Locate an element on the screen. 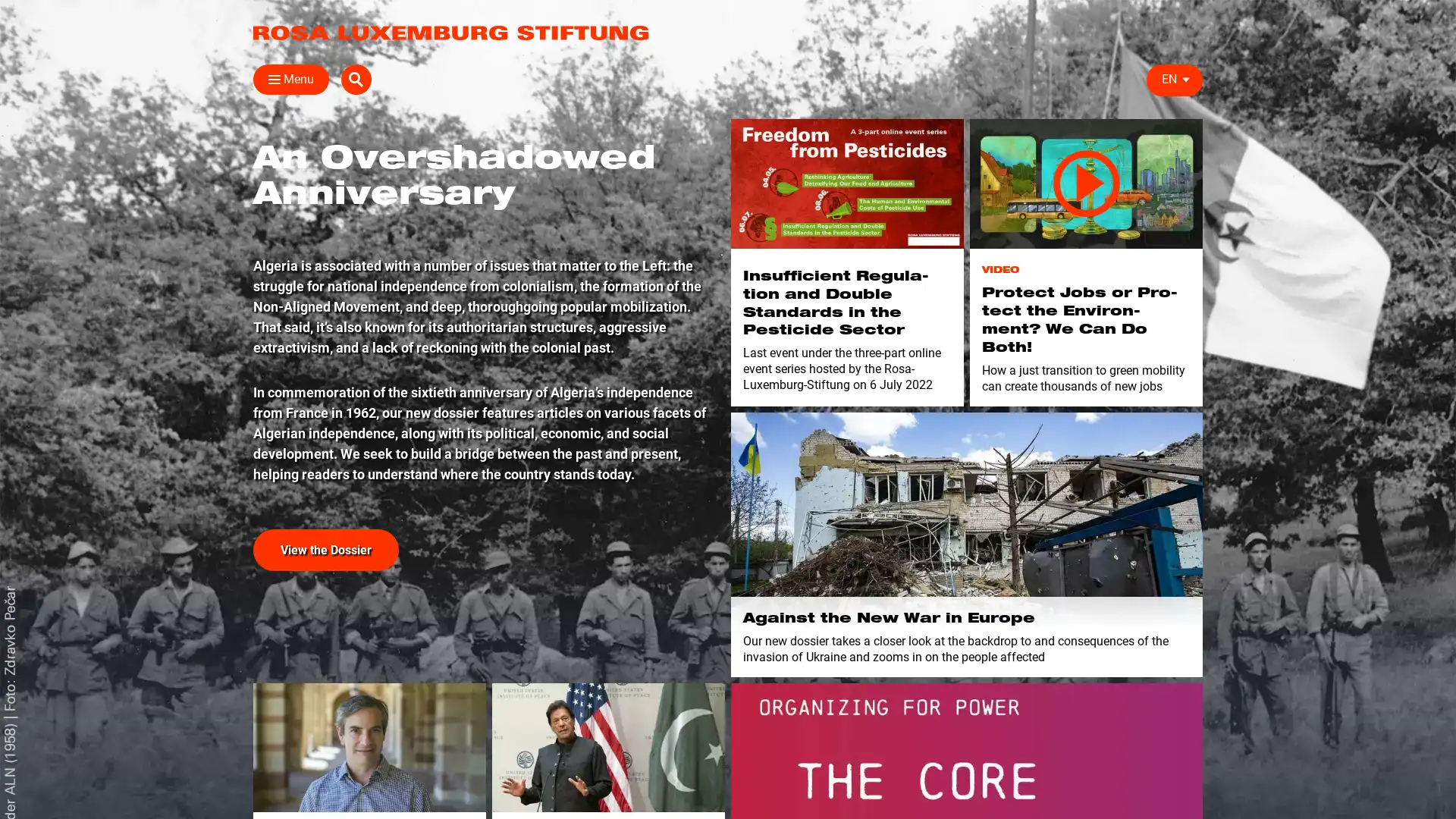  Show more / less is located at coordinates (246, 371).